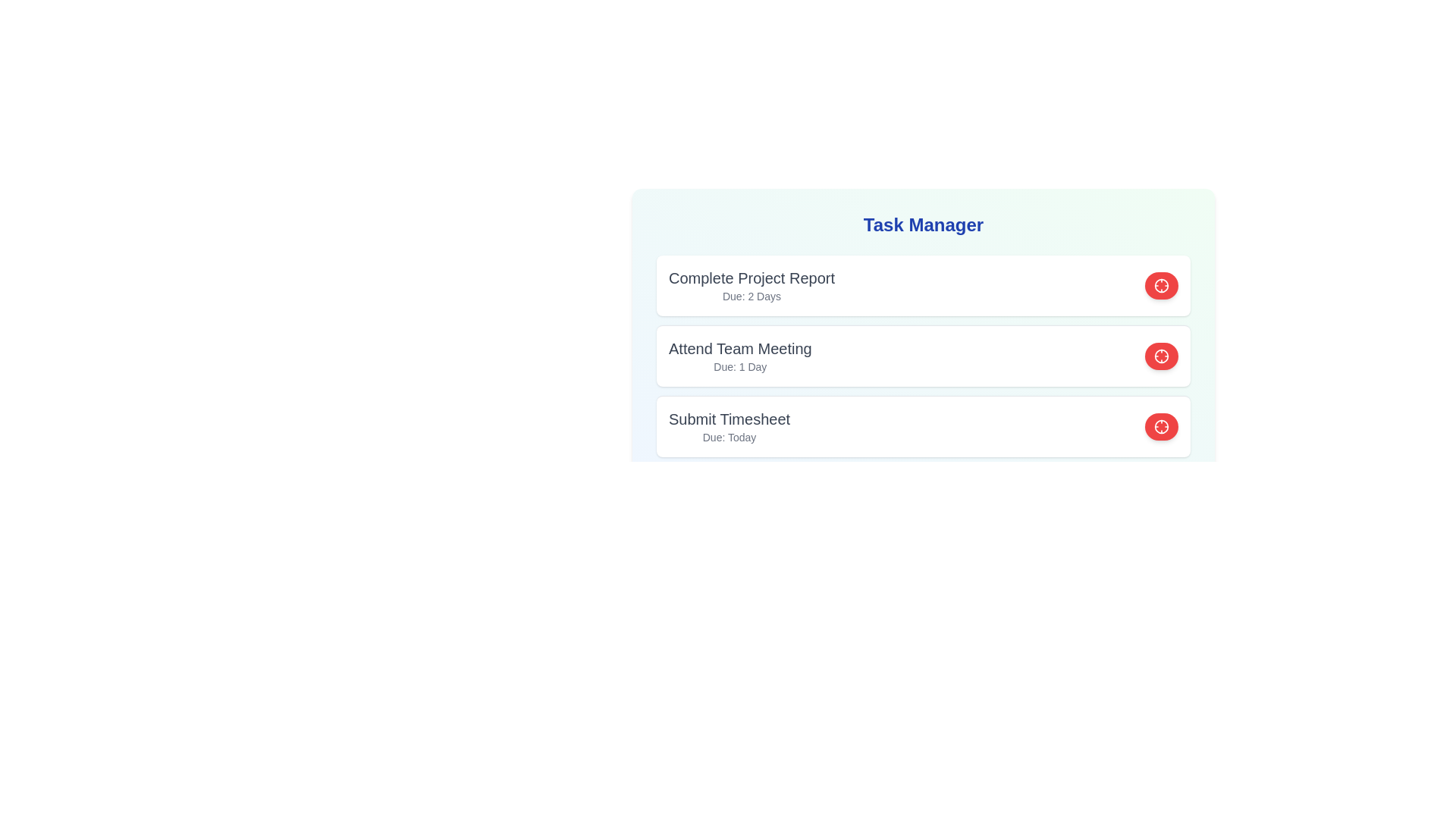  What do you see at coordinates (740, 366) in the screenshot?
I see `the non-interactive Text label displaying the remaining time for the 'Attend Team Meeting' task, located beneath its title` at bounding box center [740, 366].